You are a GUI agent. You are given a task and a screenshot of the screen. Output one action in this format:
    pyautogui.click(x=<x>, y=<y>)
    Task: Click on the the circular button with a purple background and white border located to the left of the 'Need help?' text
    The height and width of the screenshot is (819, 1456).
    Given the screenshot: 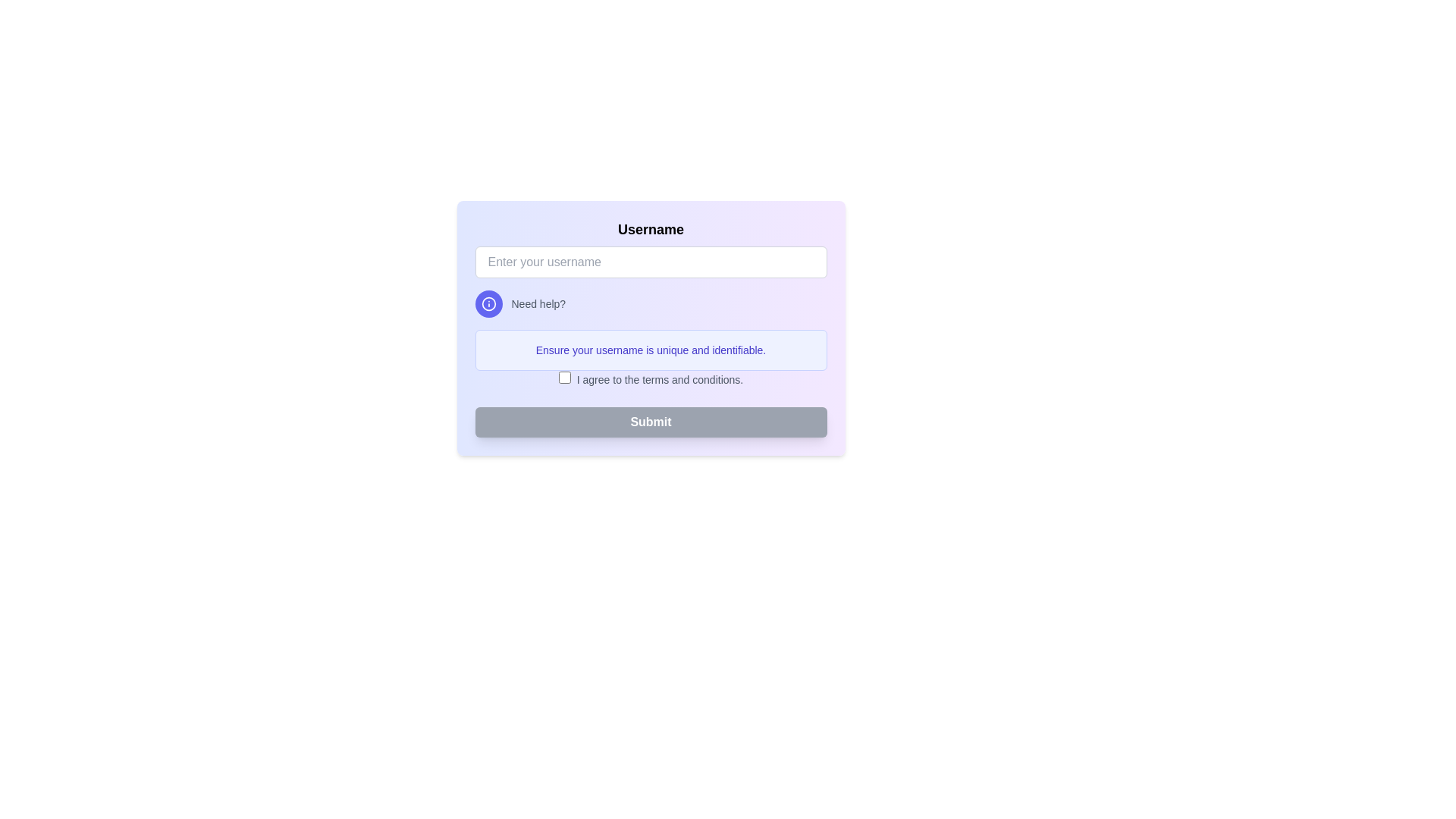 What is the action you would take?
    pyautogui.click(x=488, y=304)
    